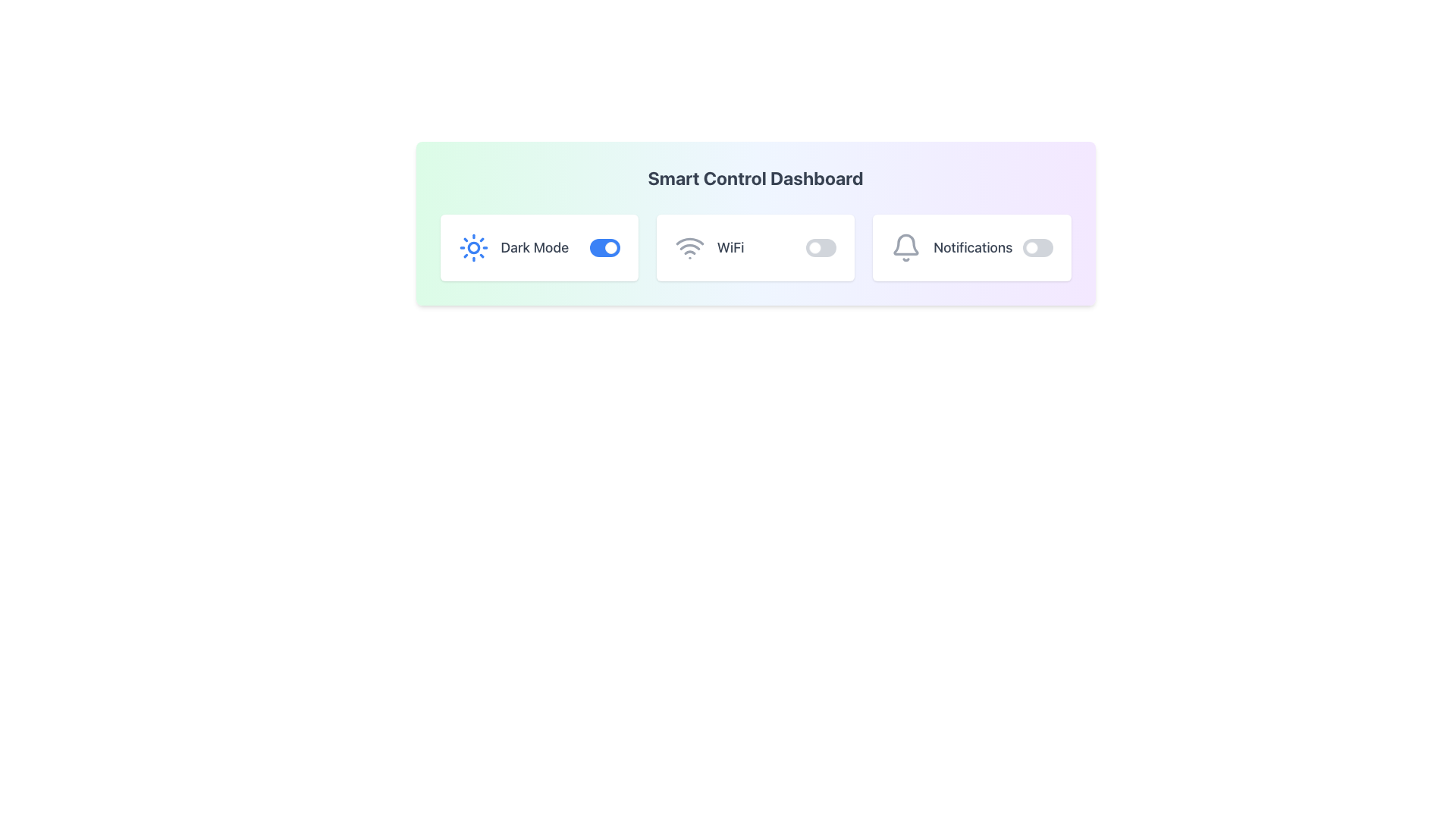 The image size is (1456, 819). What do you see at coordinates (951, 247) in the screenshot?
I see `the notifications label located in the top-right section of the dashboard card to view its details` at bounding box center [951, 247].